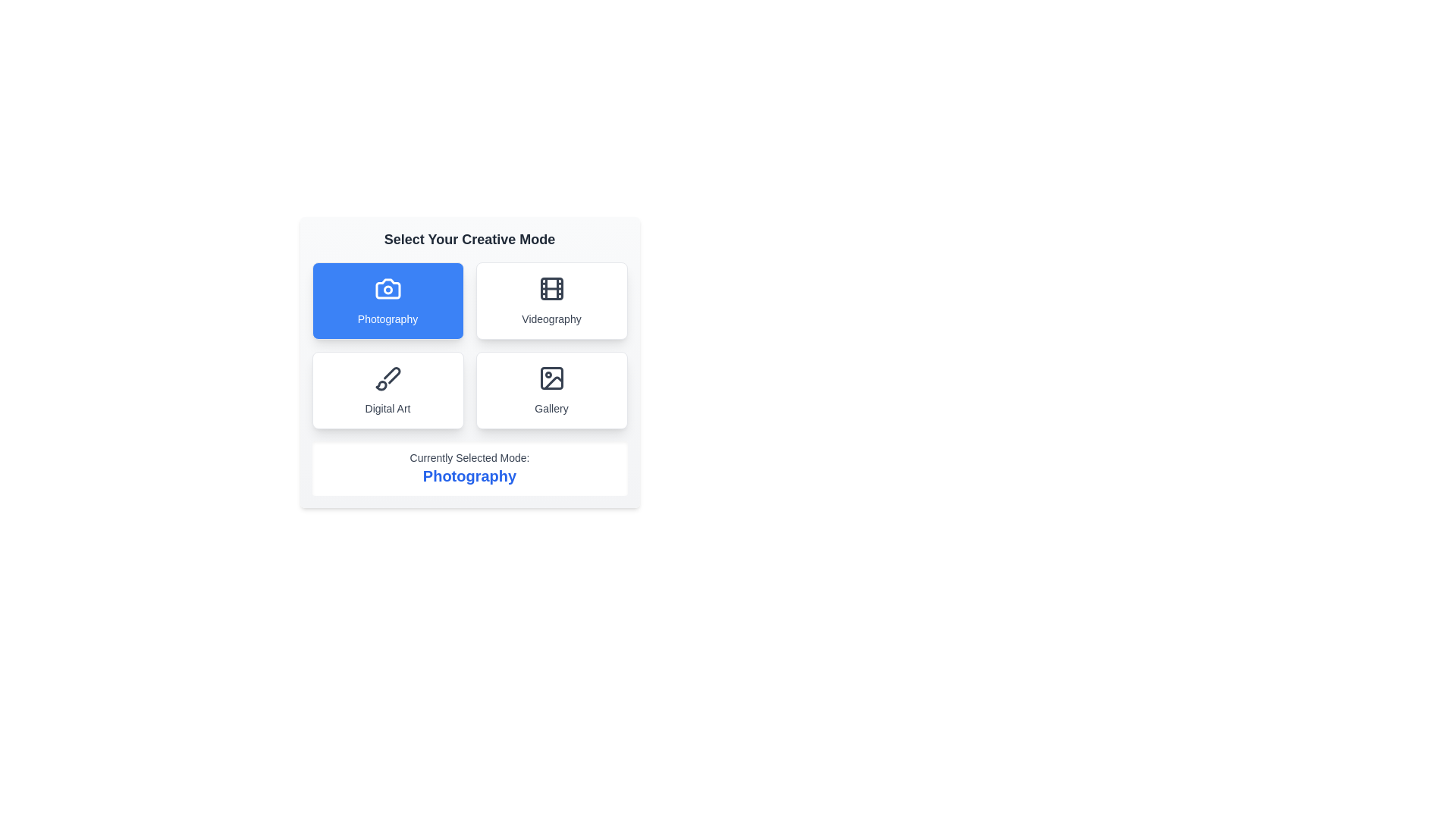 The height and width of the screenshot is (819, 1456). I want to click on the Photography button to observe hover effects, so click(388, 301).